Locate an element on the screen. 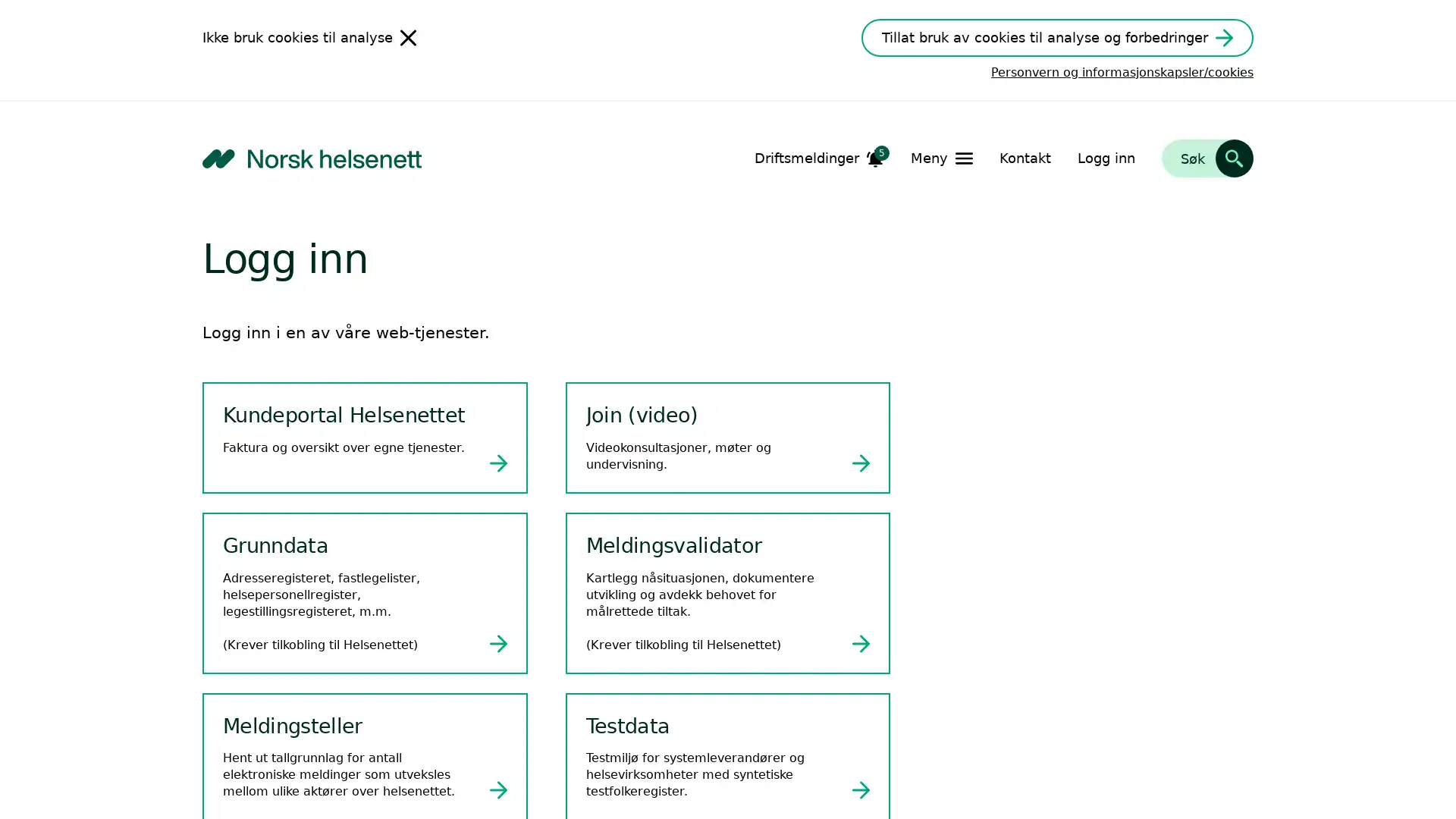  Apne Meny is located at coordinates (941, 158).